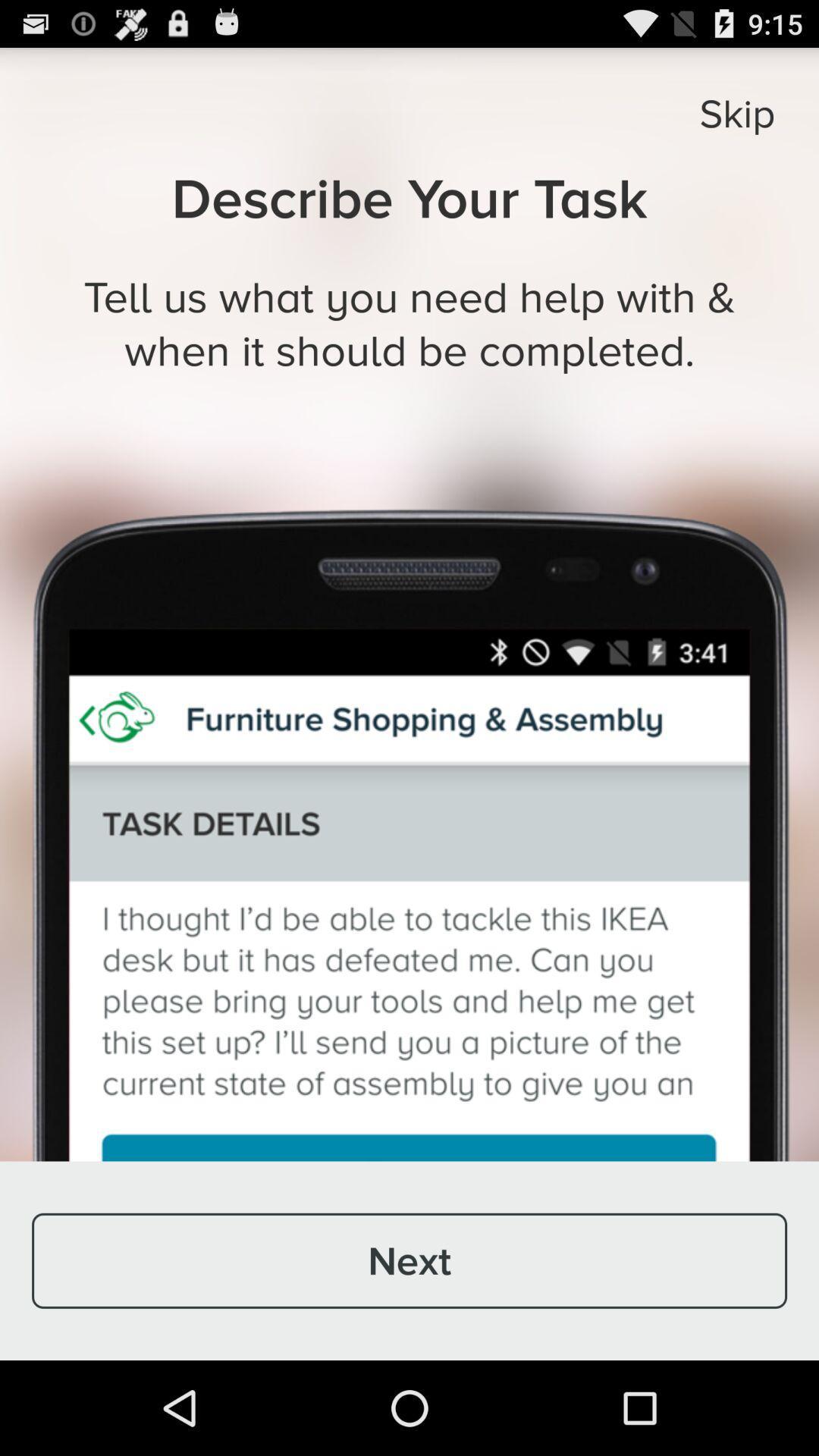 This screenshot has width=819, height=1456. I want to click on the icon at the top right corner, so click(736, 112).